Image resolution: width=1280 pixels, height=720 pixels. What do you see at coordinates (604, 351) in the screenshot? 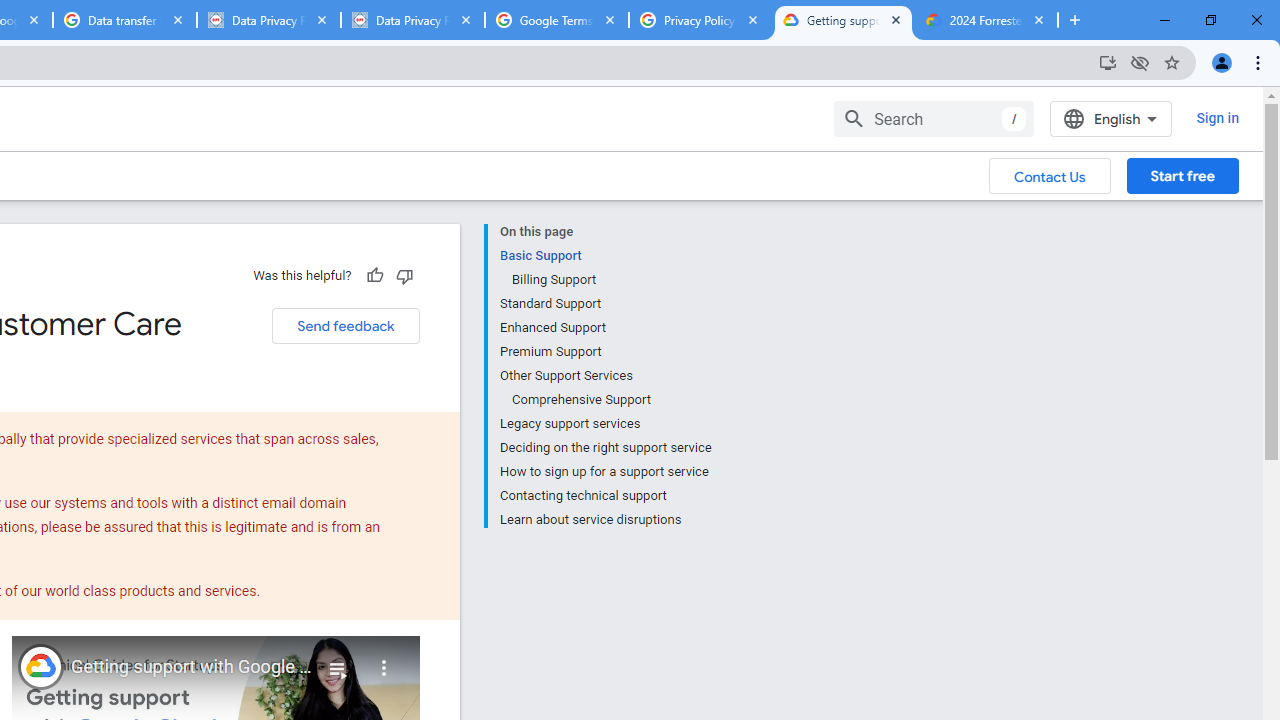
I see `'Premium Support'` at bounding box center [604, 351].